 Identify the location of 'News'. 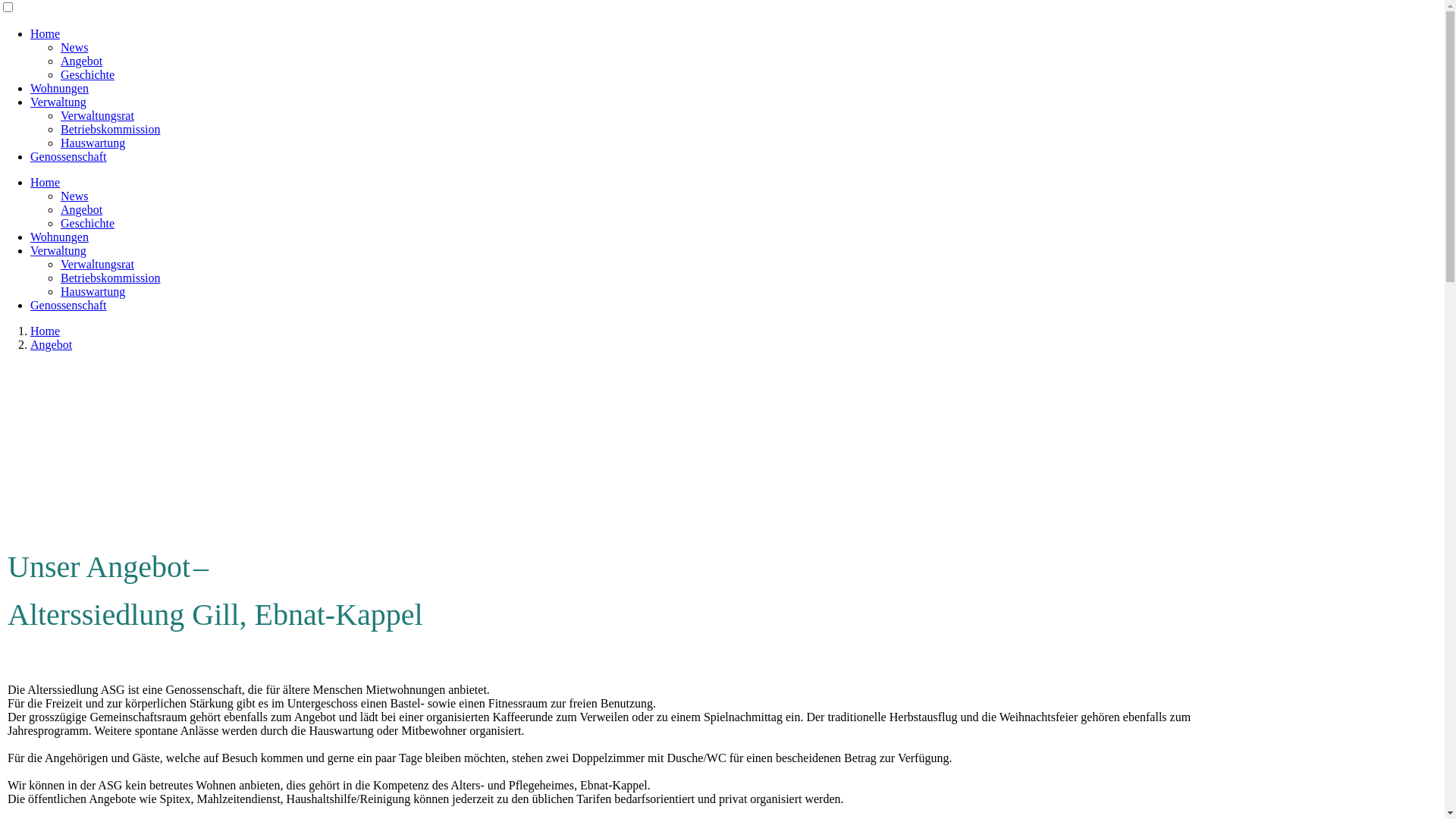
(73, 195).